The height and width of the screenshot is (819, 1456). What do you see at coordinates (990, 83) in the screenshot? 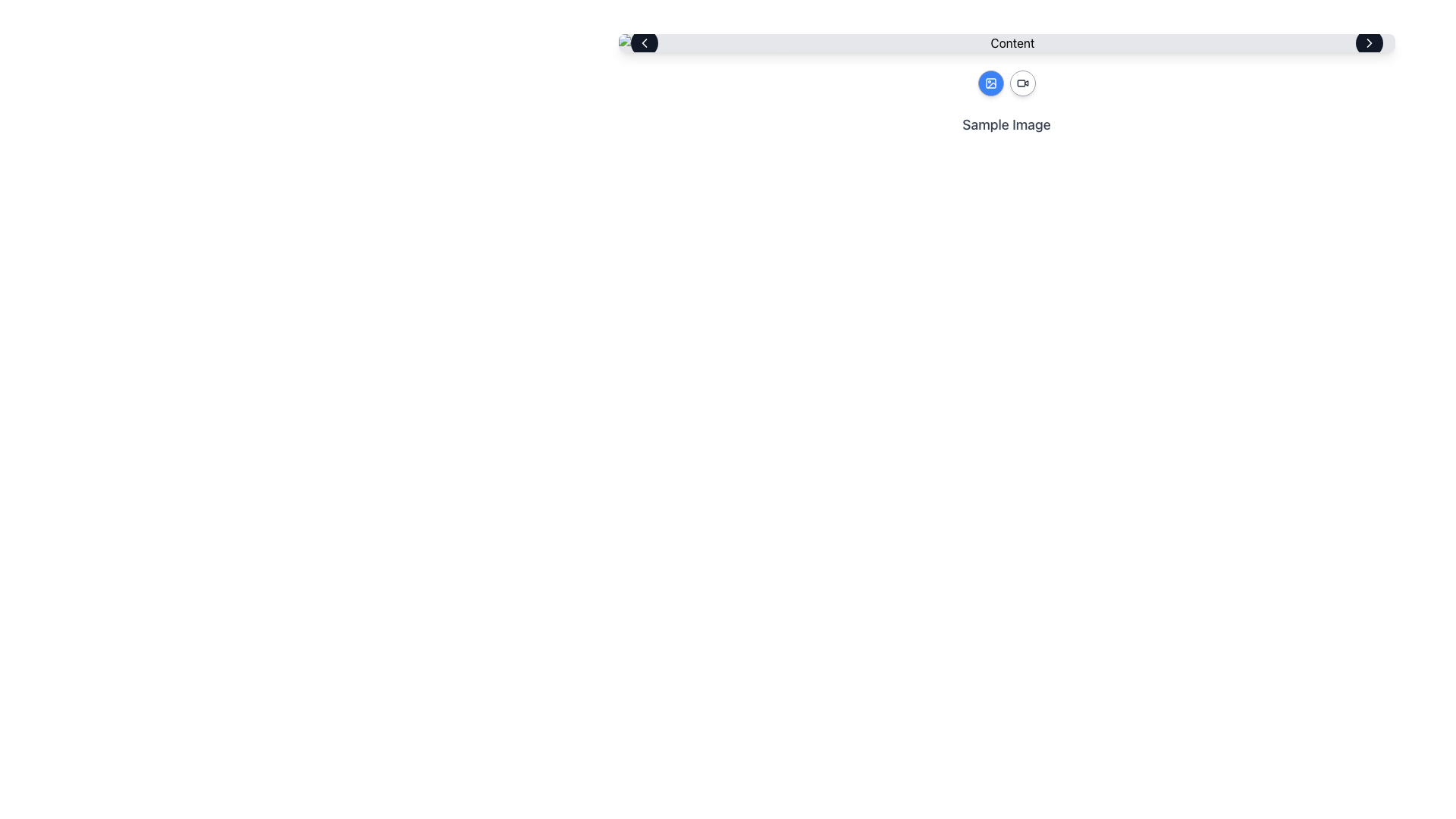
I see `the Decorative vector graphics component that serves as a visual backdrop within an icon positioned under the 'Content' header` at bounding box center [990, 83].